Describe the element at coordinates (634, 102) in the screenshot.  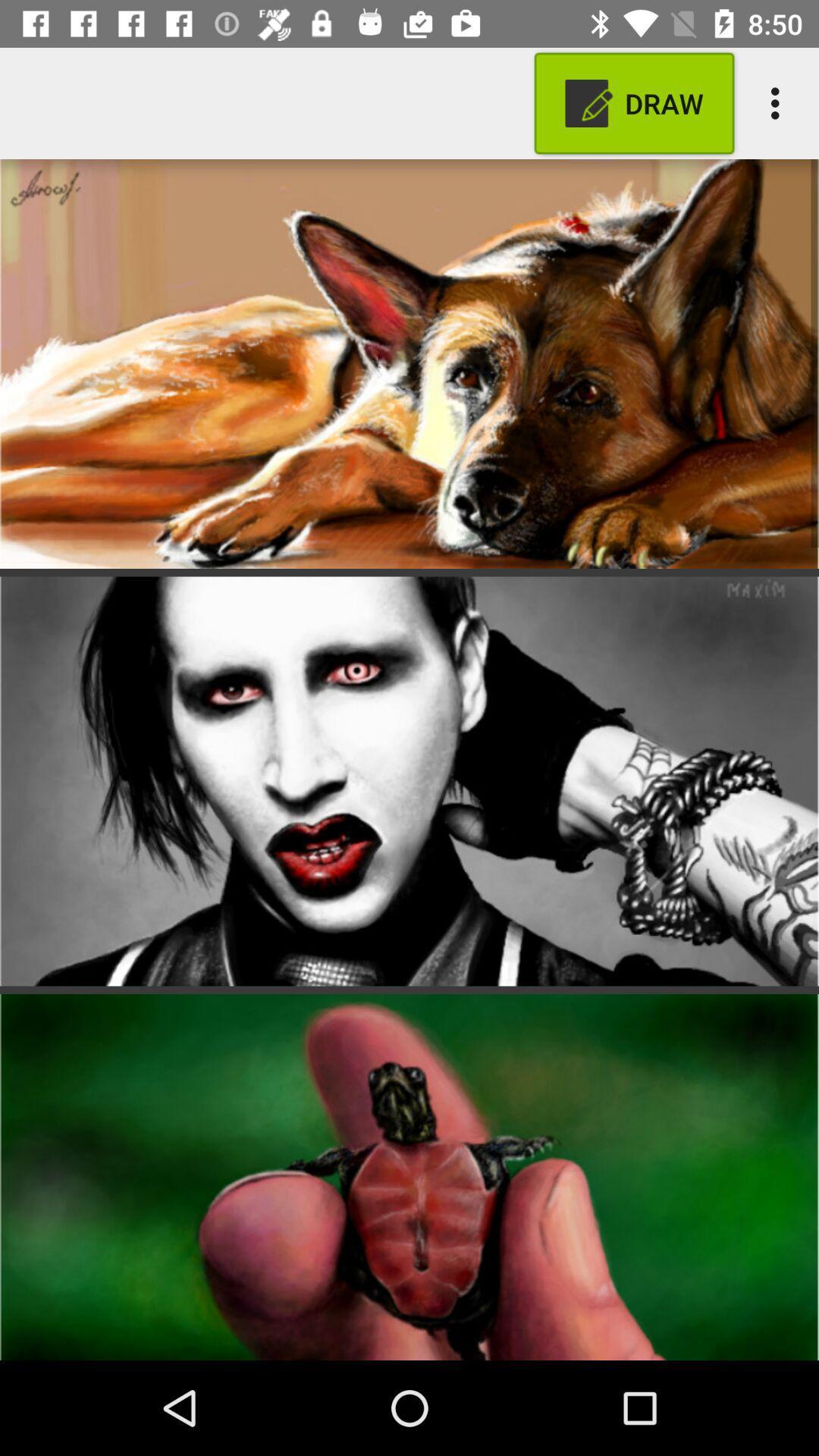
I see `draw` at that location.